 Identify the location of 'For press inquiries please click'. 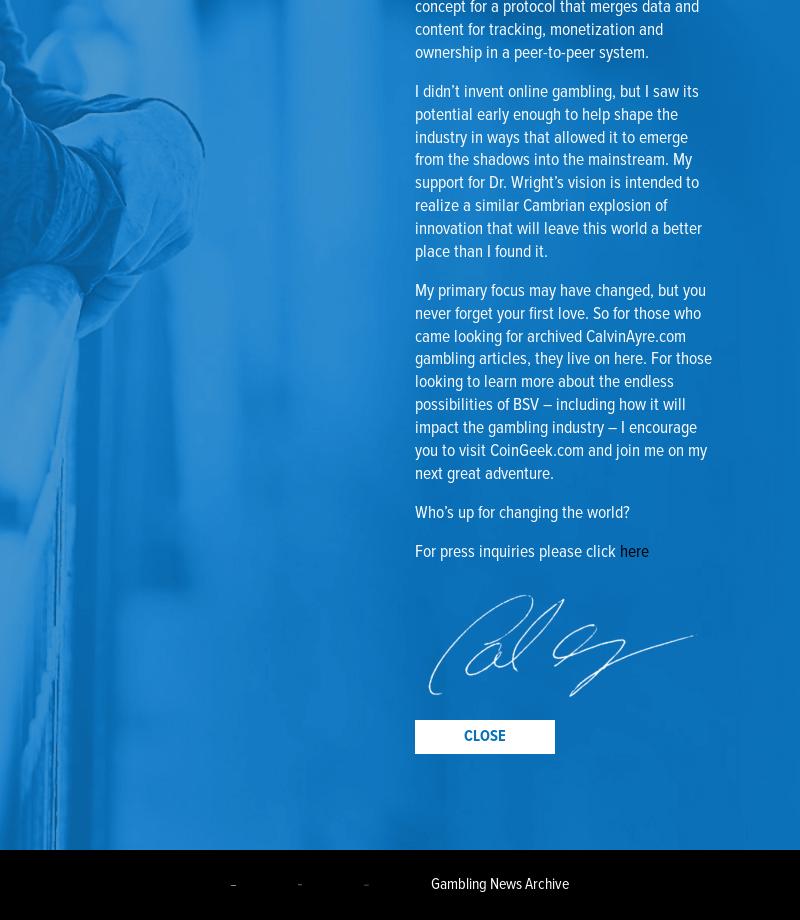
(516, 551).